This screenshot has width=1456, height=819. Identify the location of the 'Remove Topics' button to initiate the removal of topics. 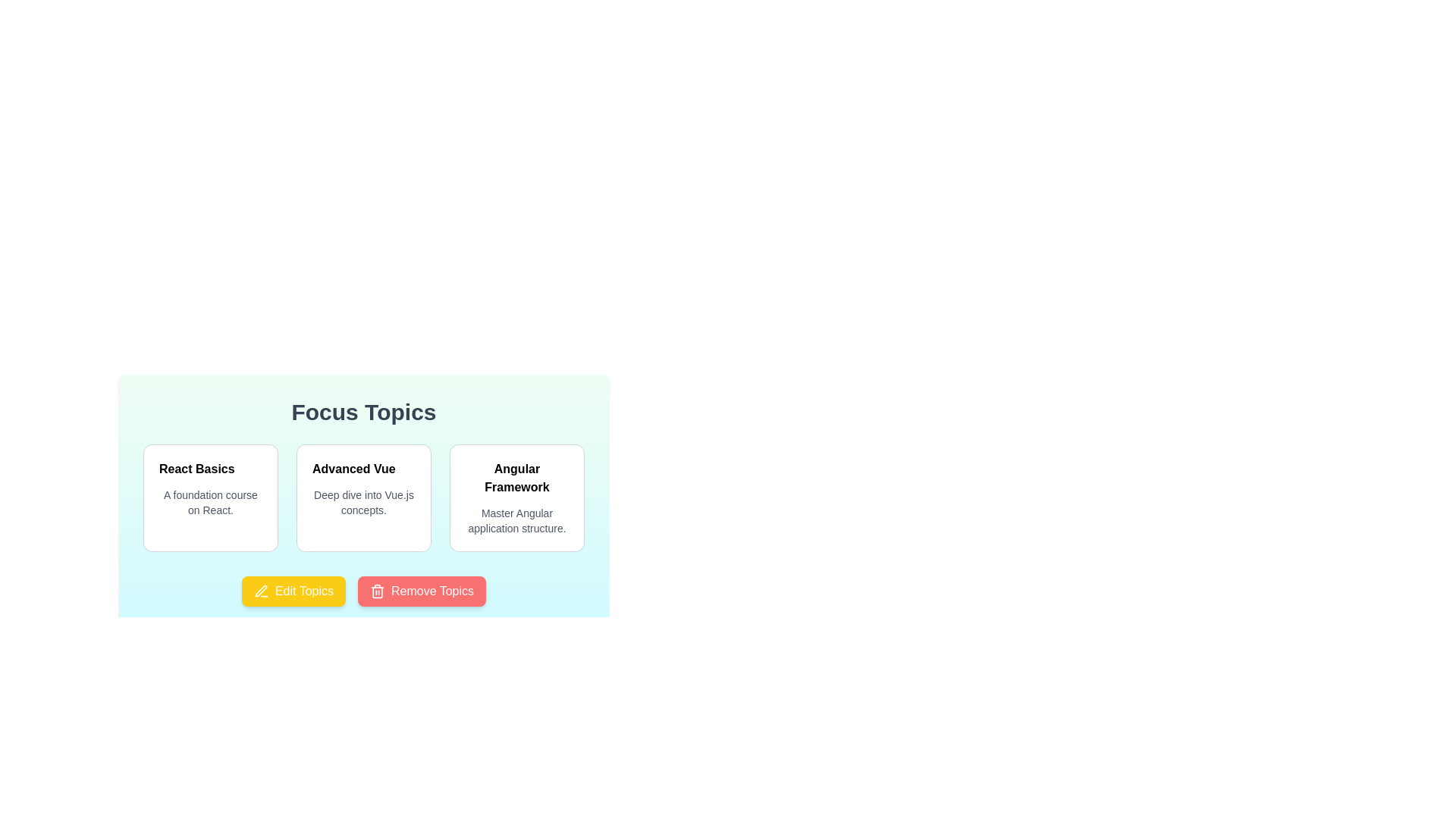
(422, 590).